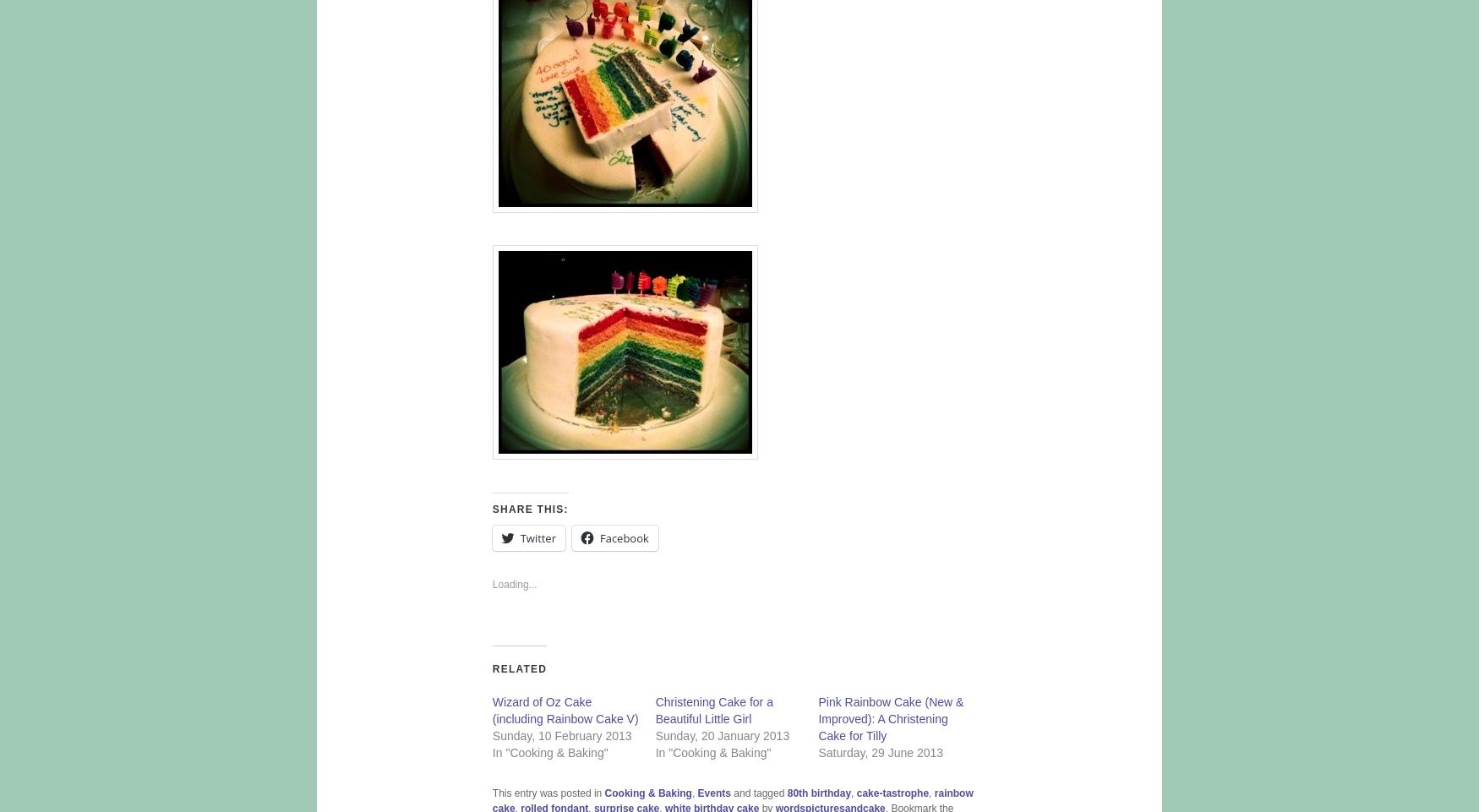 This screenshot has height=812, width=1479. Describe the element at coordinates (623, 538) in the screenshot. I see `'Facebook'` at that location.